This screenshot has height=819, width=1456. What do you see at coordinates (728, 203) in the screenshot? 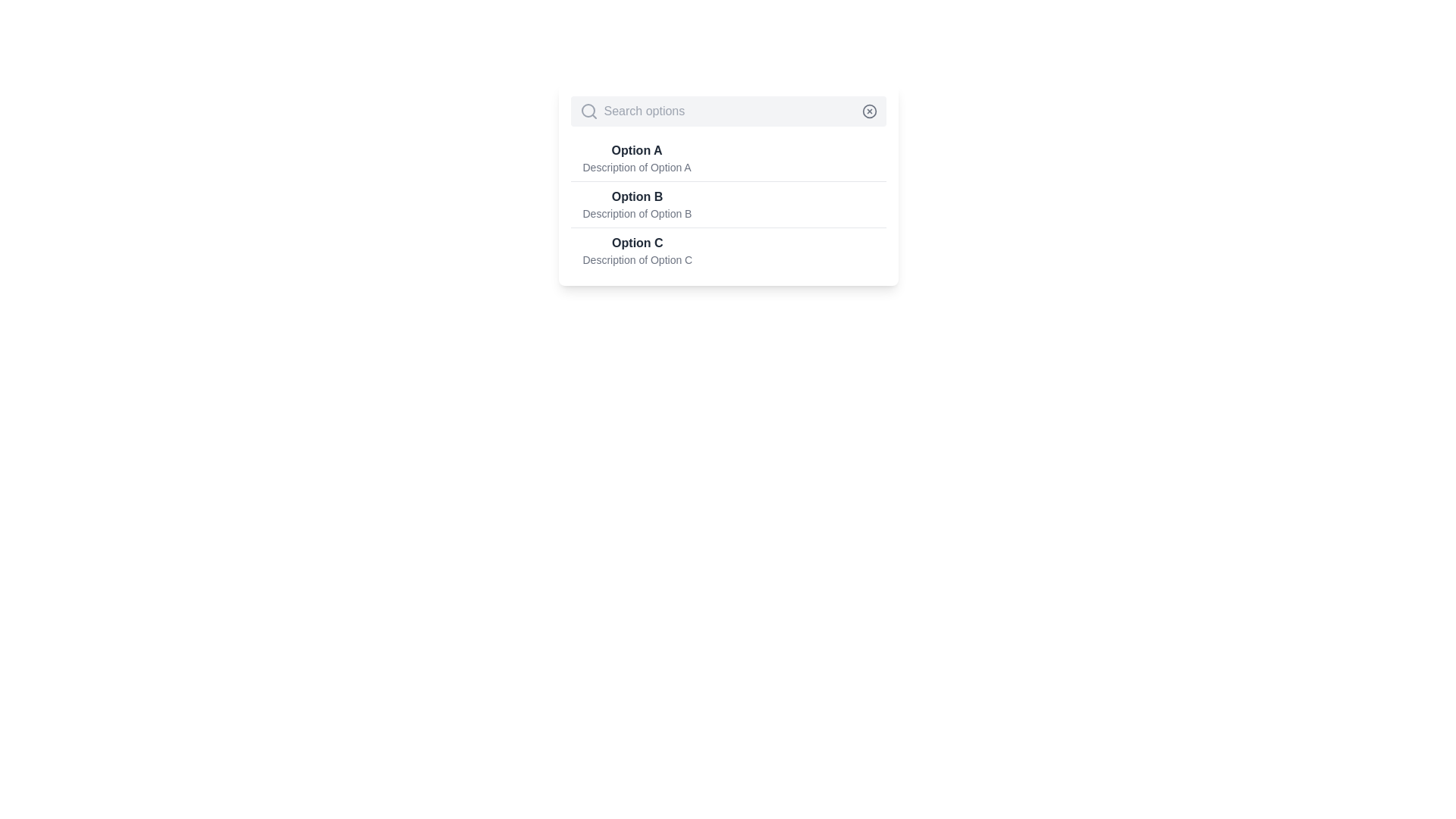
I see `the selectable option 'Option B' in the list` at bounding box center [728, 203].